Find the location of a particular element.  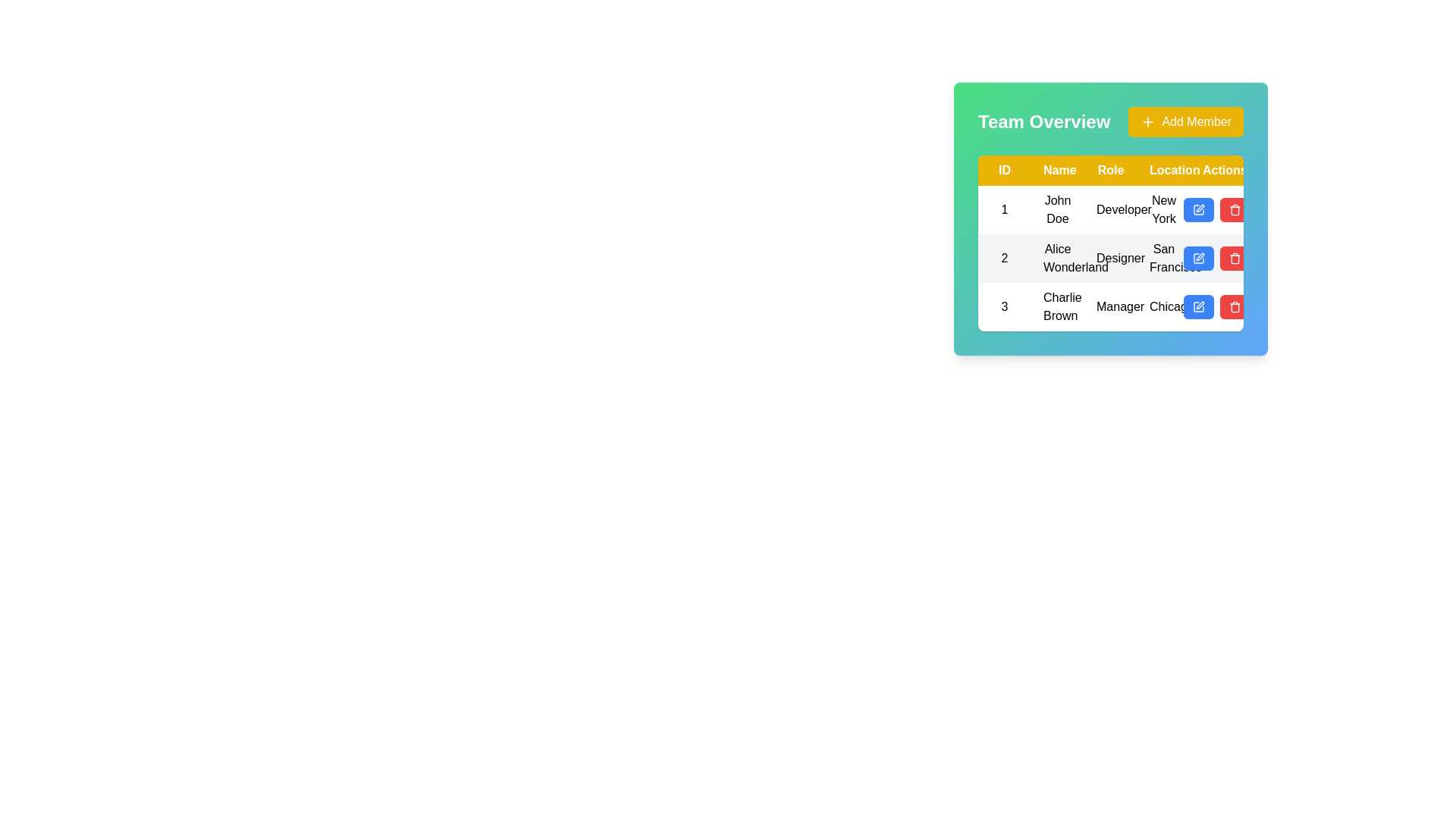

the table header labeled 'Name', which is the second header in the row, located between 'ID' and 'Role', with a bright yellow background and white text is located at coordinates (1057, 170).